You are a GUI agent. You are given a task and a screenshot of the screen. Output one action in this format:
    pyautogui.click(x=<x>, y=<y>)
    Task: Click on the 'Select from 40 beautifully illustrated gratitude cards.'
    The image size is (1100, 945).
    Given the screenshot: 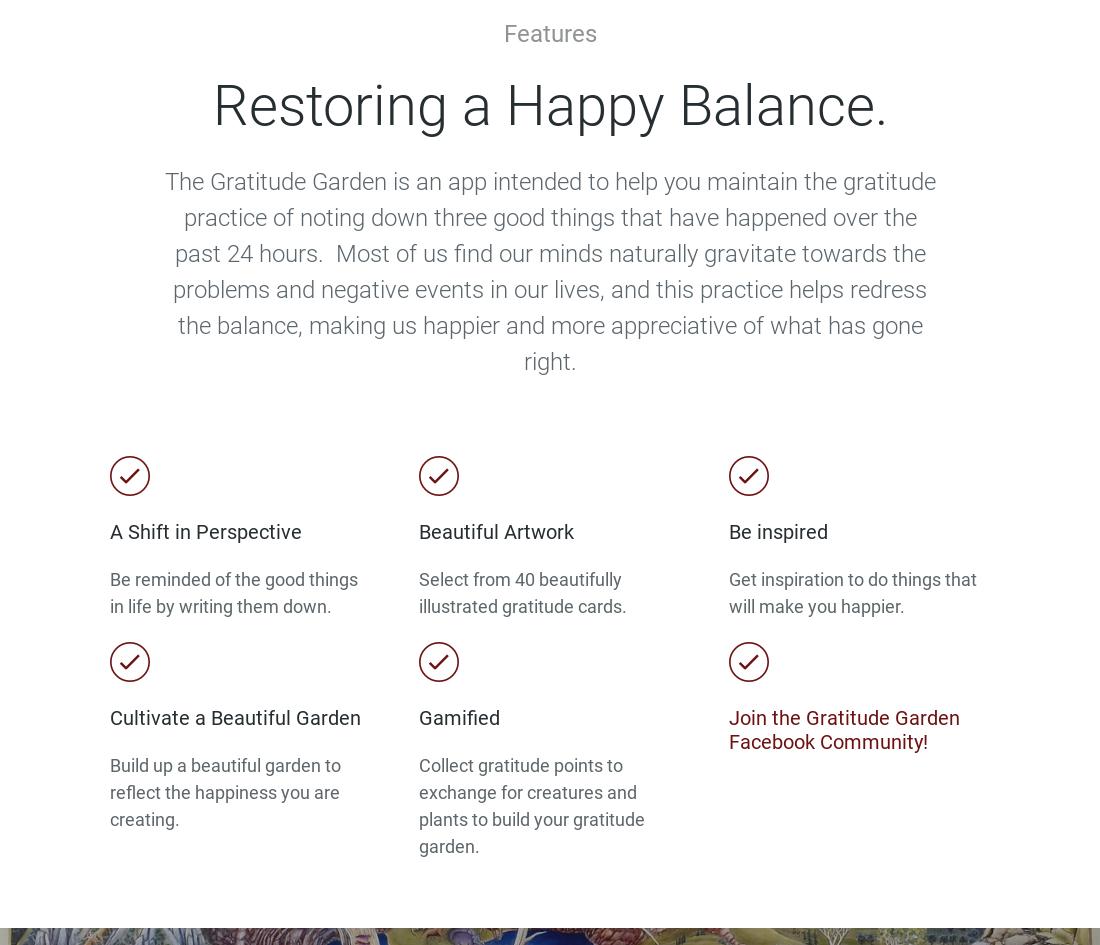 What is the action you would take?
    pyautogui.click(x=523, y=592)
    